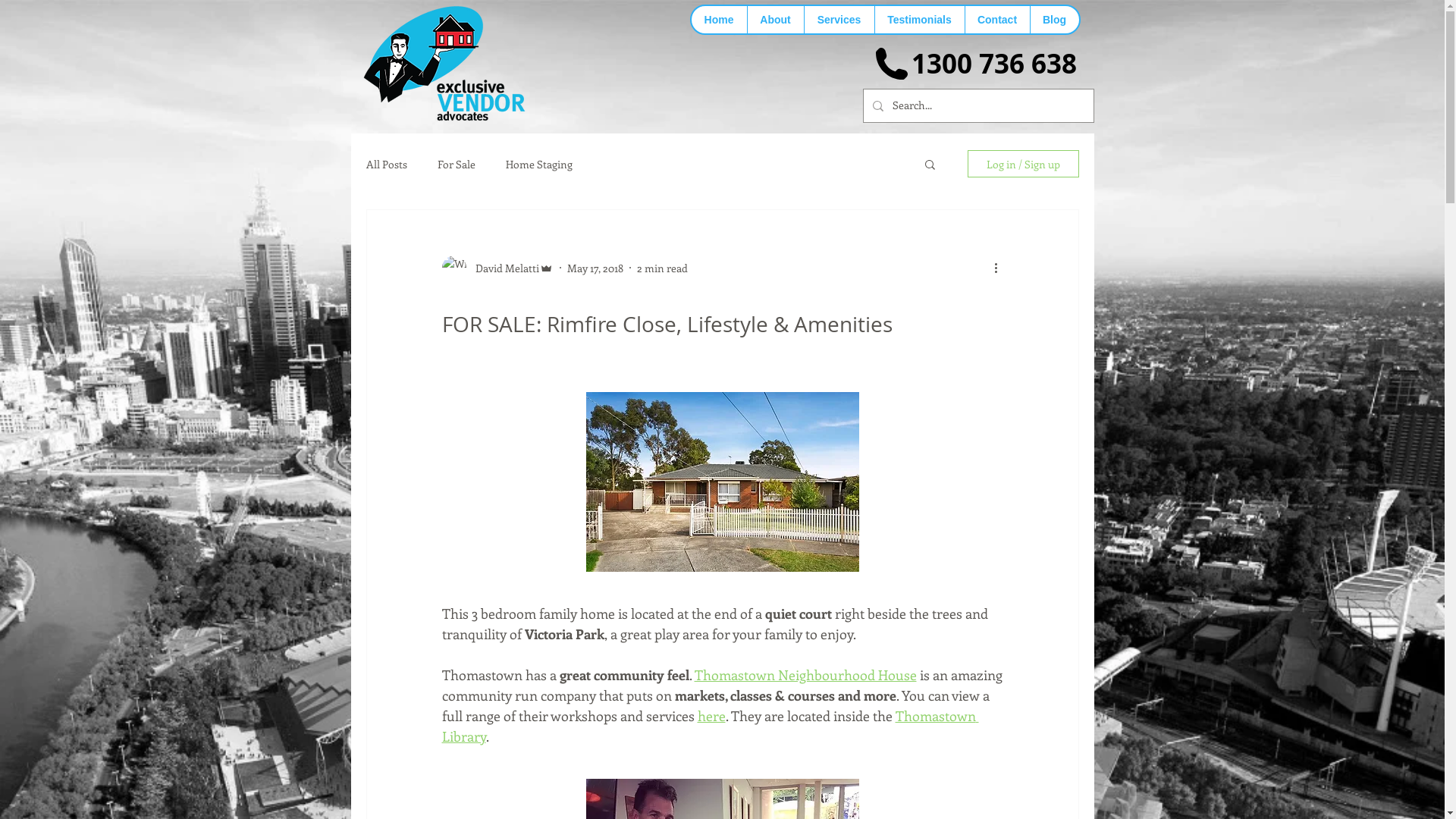 The image size is (1456, 819). I want to click on 'About', so click(774, 20).